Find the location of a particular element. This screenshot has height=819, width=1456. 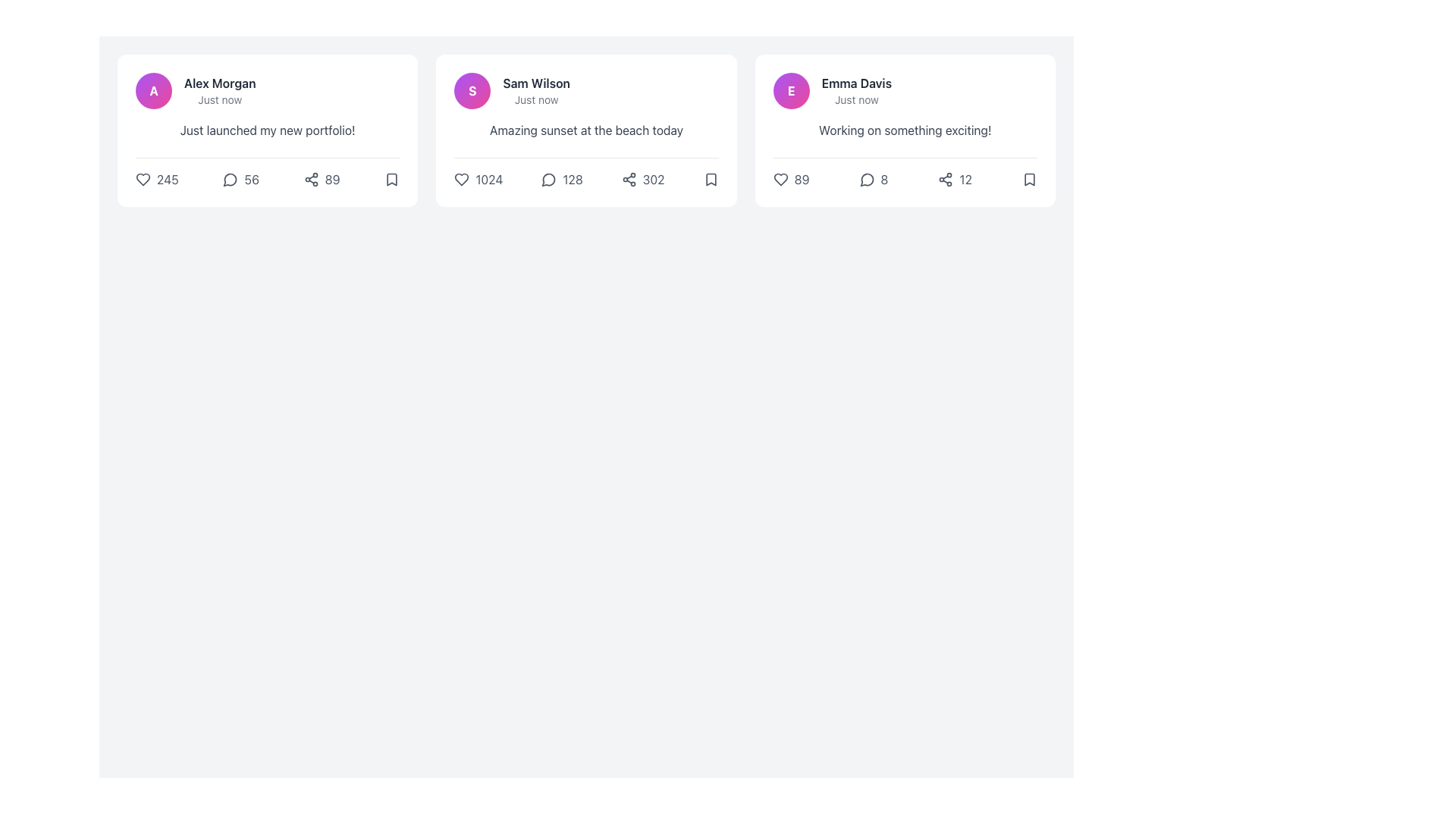

the fifth interactive icon in the row of reaction icons under the post by 'Sam Wilson' is located at coordinates (710, 178).